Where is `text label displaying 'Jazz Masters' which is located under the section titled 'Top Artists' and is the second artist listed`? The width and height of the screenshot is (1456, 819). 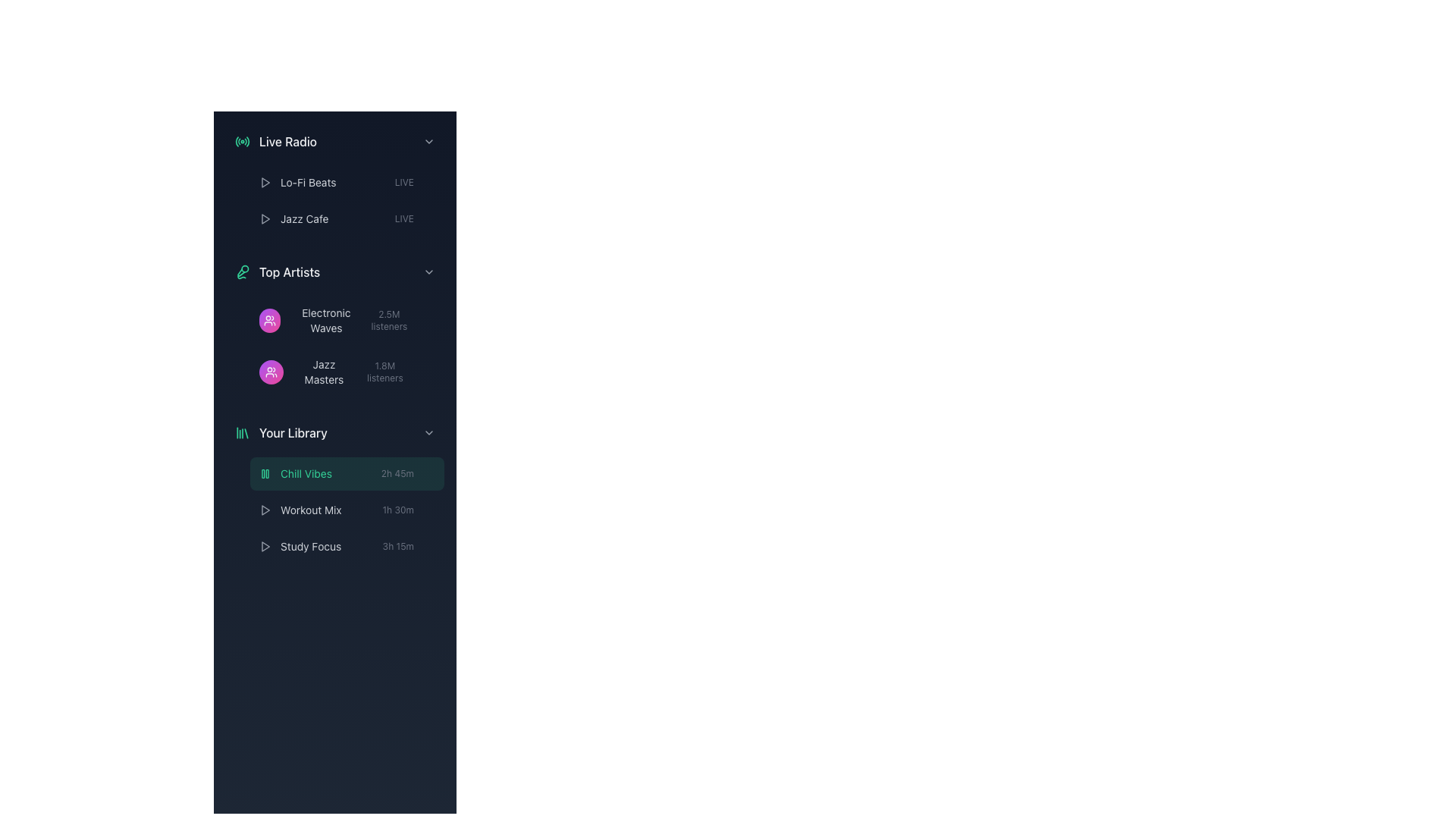 text label displaying 'Jazz Masters' which is located under the section titled 'Top Artists' and is the second artist listed is located at coordinates (323, 372).